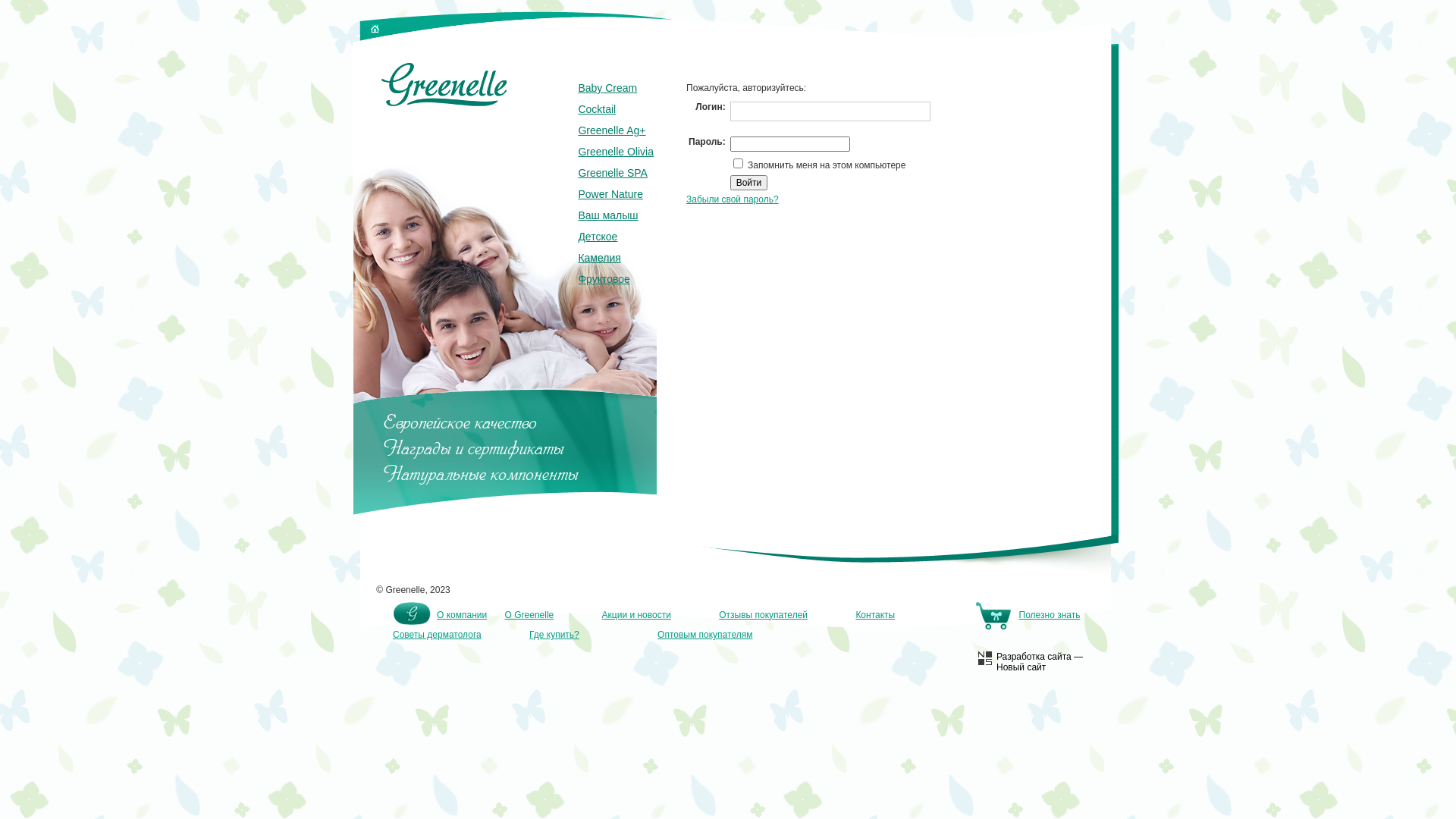  What do you see at coordinates (615, 130) in the screenshot?
I see `'Greenelle Ag+'` at bounding box center [615, 130].